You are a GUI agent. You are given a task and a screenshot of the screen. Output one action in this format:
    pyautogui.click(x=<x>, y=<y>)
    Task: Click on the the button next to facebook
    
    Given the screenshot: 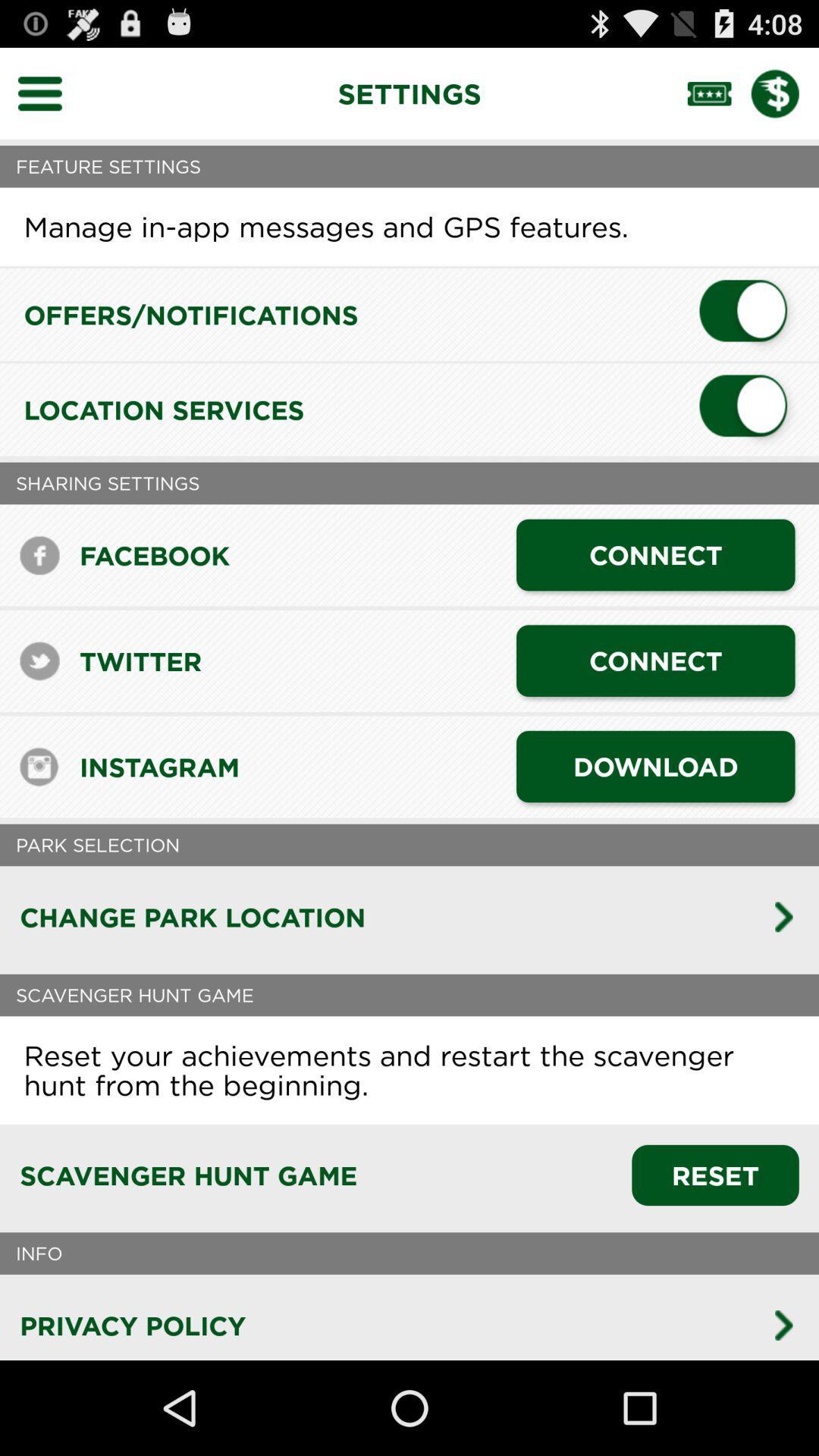 What is the action you would take?
    pyautogui.click(x=654, y=554)
    